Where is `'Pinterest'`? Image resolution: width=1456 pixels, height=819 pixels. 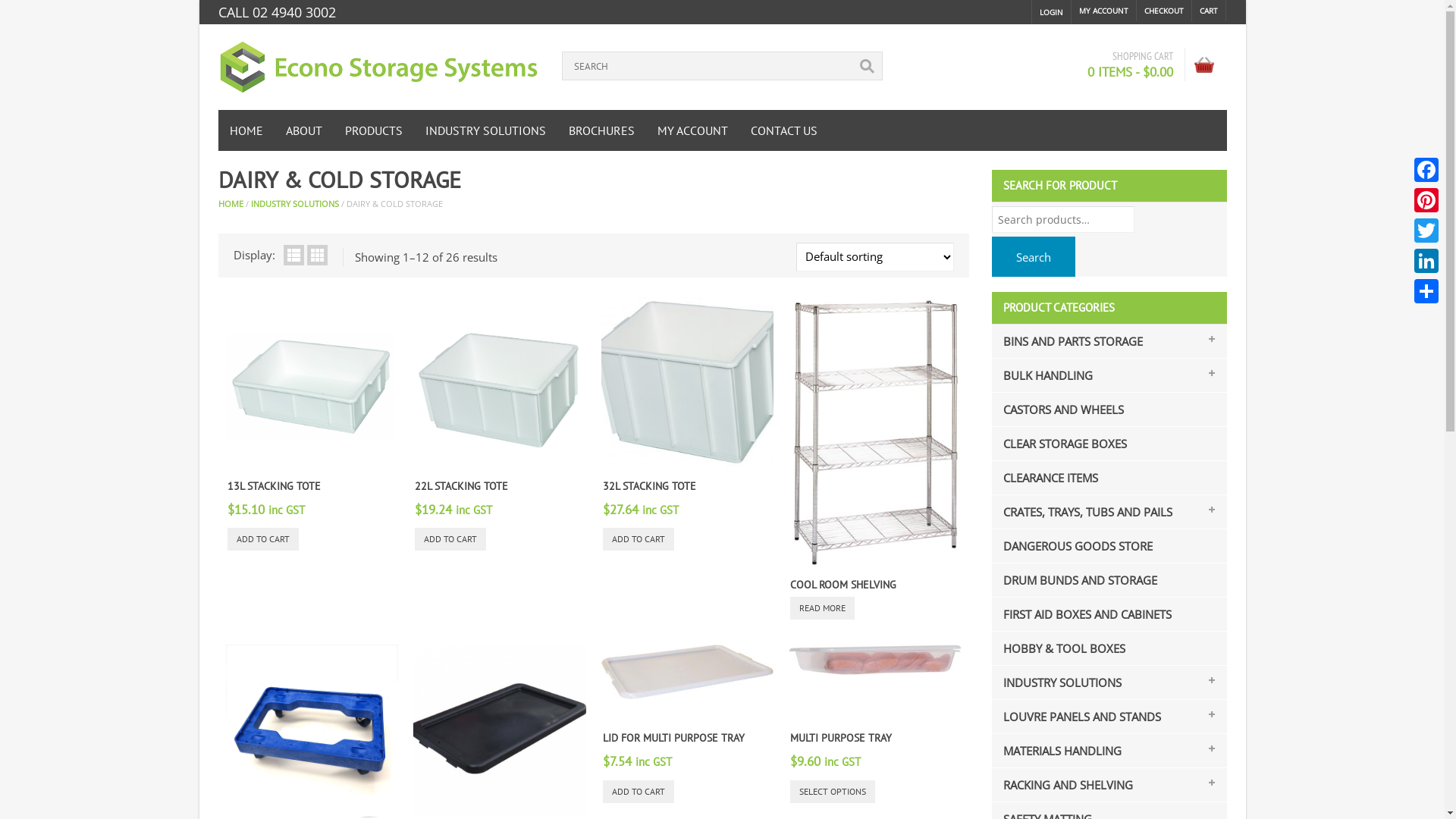 'Pinterest' is located at coordinates (1426, 199).